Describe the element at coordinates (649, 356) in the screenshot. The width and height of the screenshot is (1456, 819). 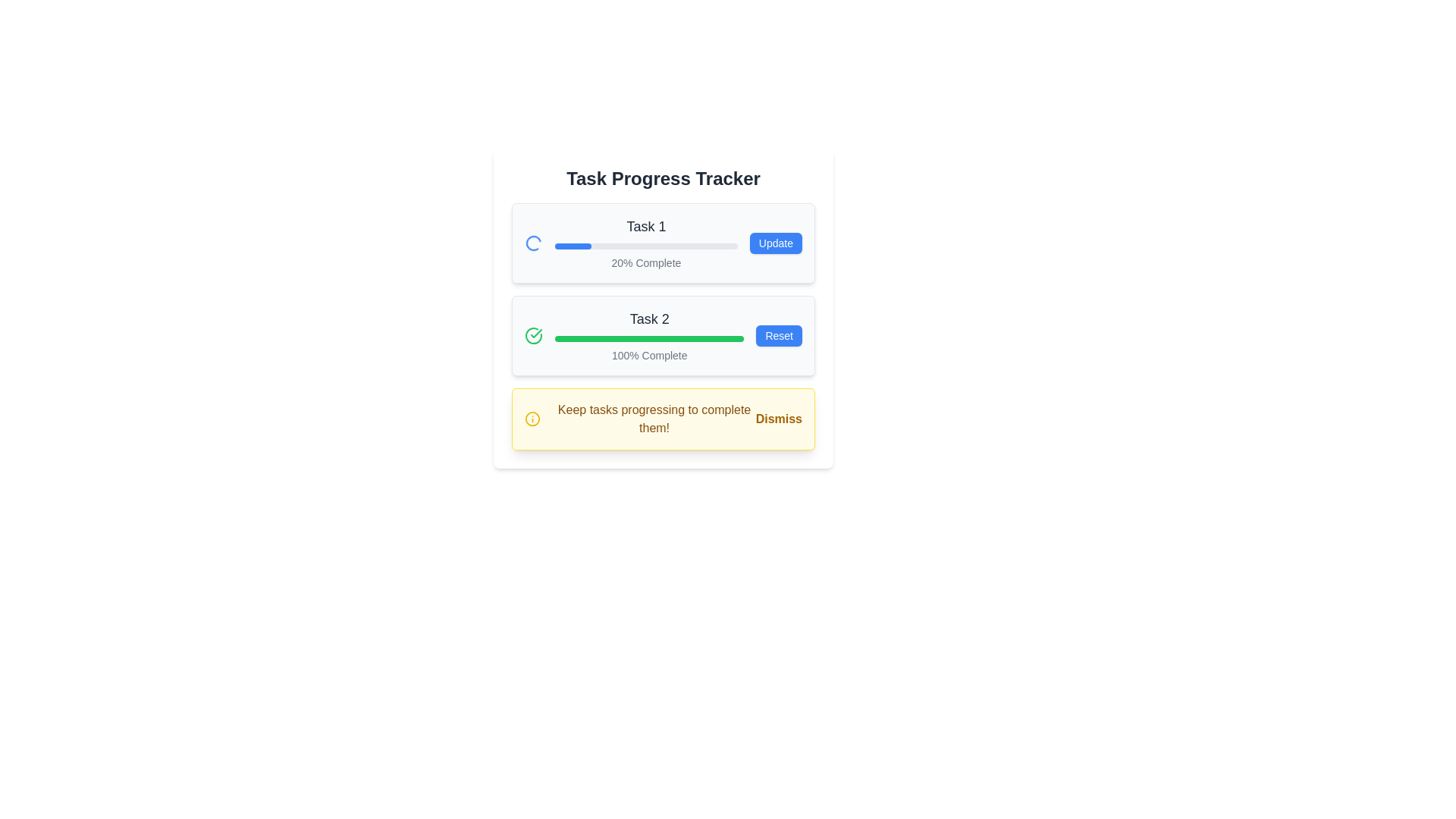
I see `text label displaying '100% Complete' located beneath the progress bar in the 'Task 2' section of the task tracker interface` at that location.